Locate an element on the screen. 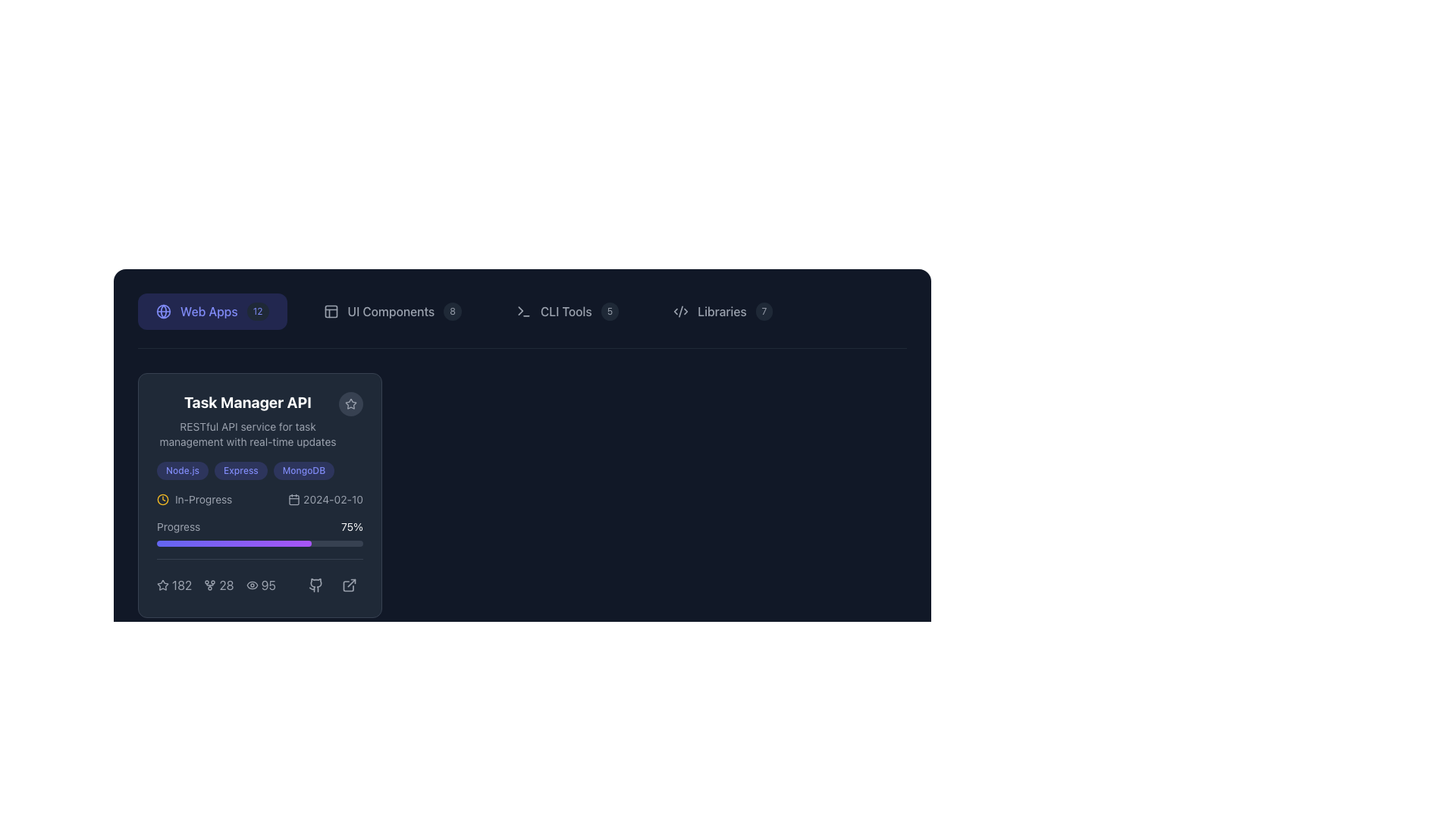 This screenshot has height=819, width=1456. text label for the section named 'CLI Tools' located in the horizontal navigation bar, positioned between a terminal icon and a rounded badge displaying the number '5' is located at coordinates (565, 311).